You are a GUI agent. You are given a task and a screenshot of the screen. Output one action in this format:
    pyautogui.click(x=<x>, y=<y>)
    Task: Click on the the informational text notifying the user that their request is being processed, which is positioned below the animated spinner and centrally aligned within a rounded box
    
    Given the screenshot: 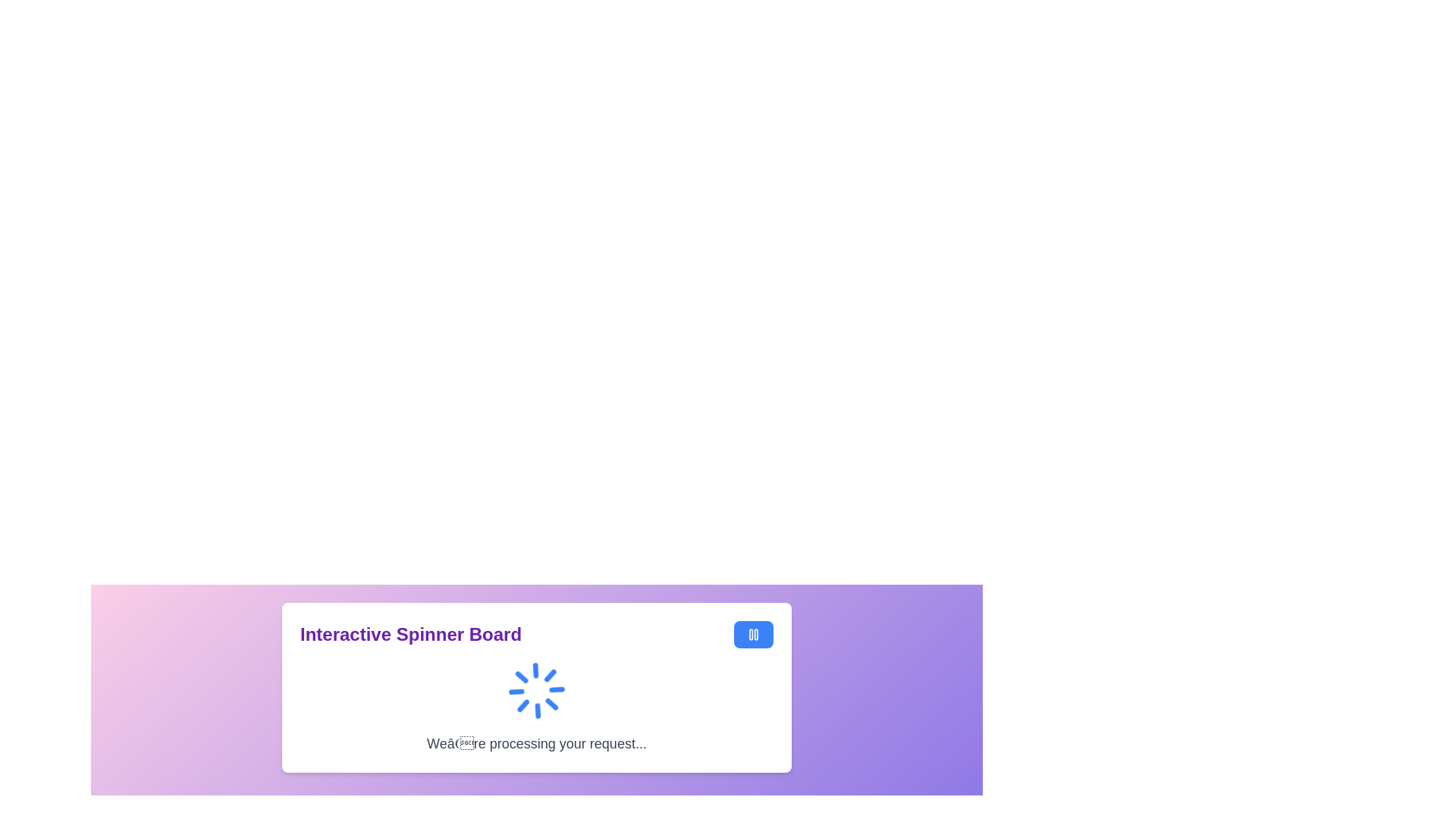 What is the action you would take?
    pyautogui.click(x=537, y=742)
    